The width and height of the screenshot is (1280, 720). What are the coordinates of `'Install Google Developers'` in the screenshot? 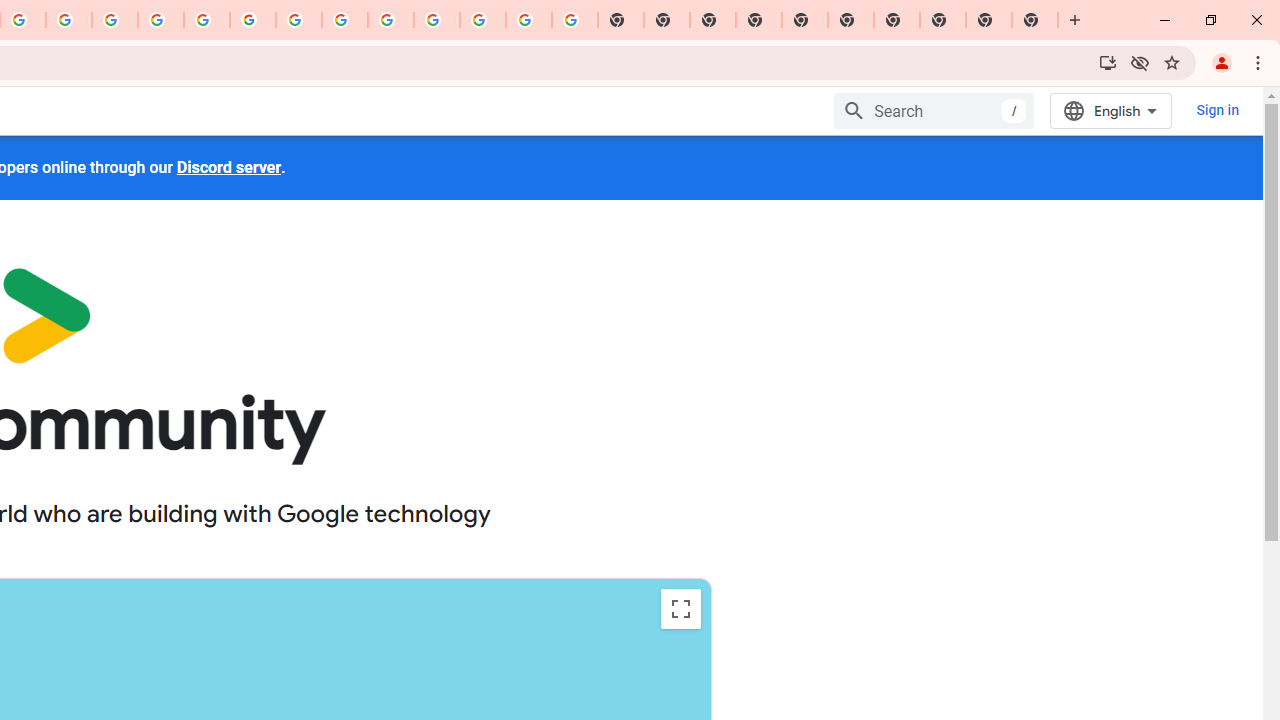 It's located at (1106, 61).